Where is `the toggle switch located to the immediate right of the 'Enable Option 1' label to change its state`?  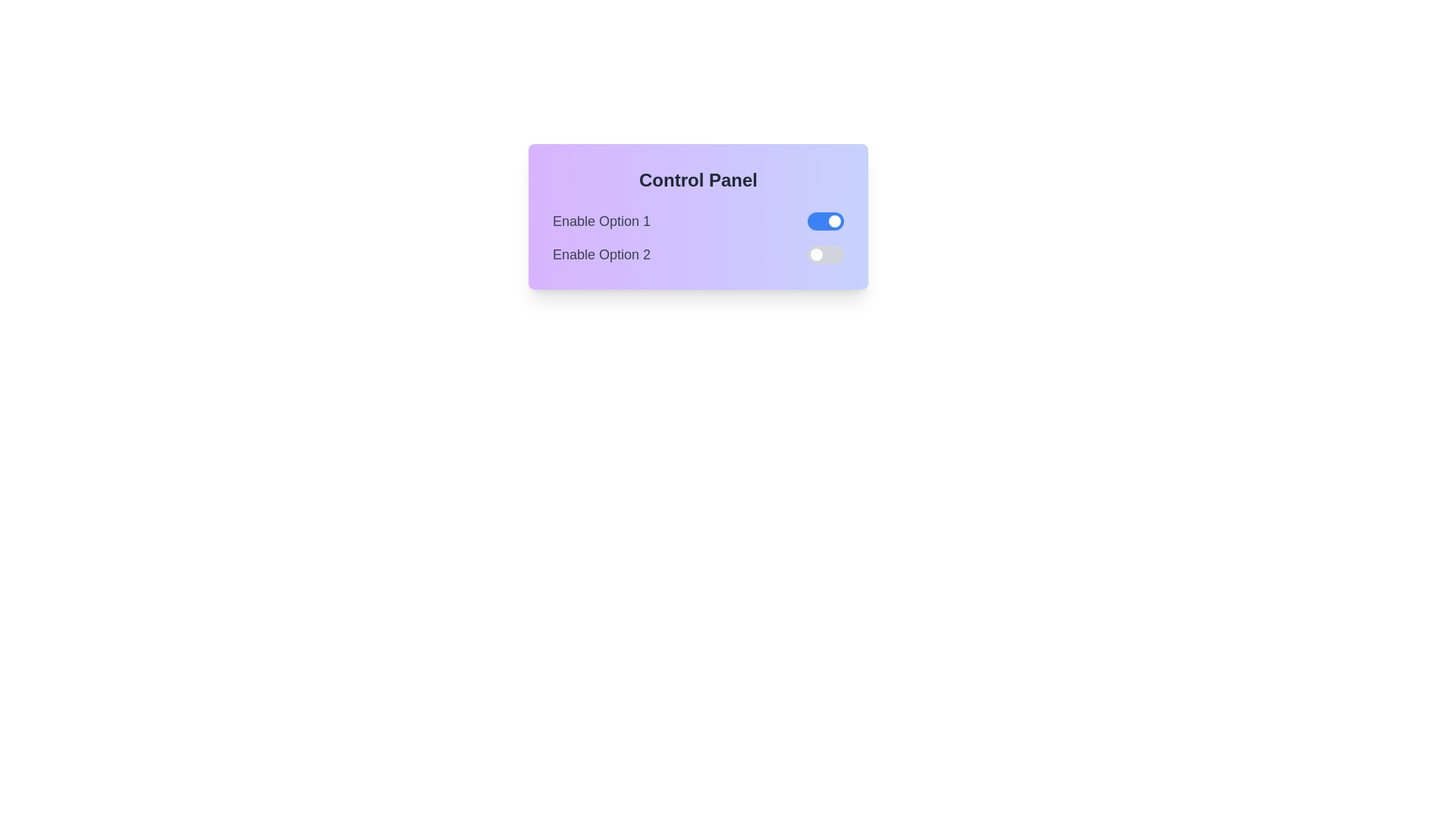 the toggle switch located to the immediate right of the 'Enable Option 1' label to change its state is located at coordinates (825, 221).